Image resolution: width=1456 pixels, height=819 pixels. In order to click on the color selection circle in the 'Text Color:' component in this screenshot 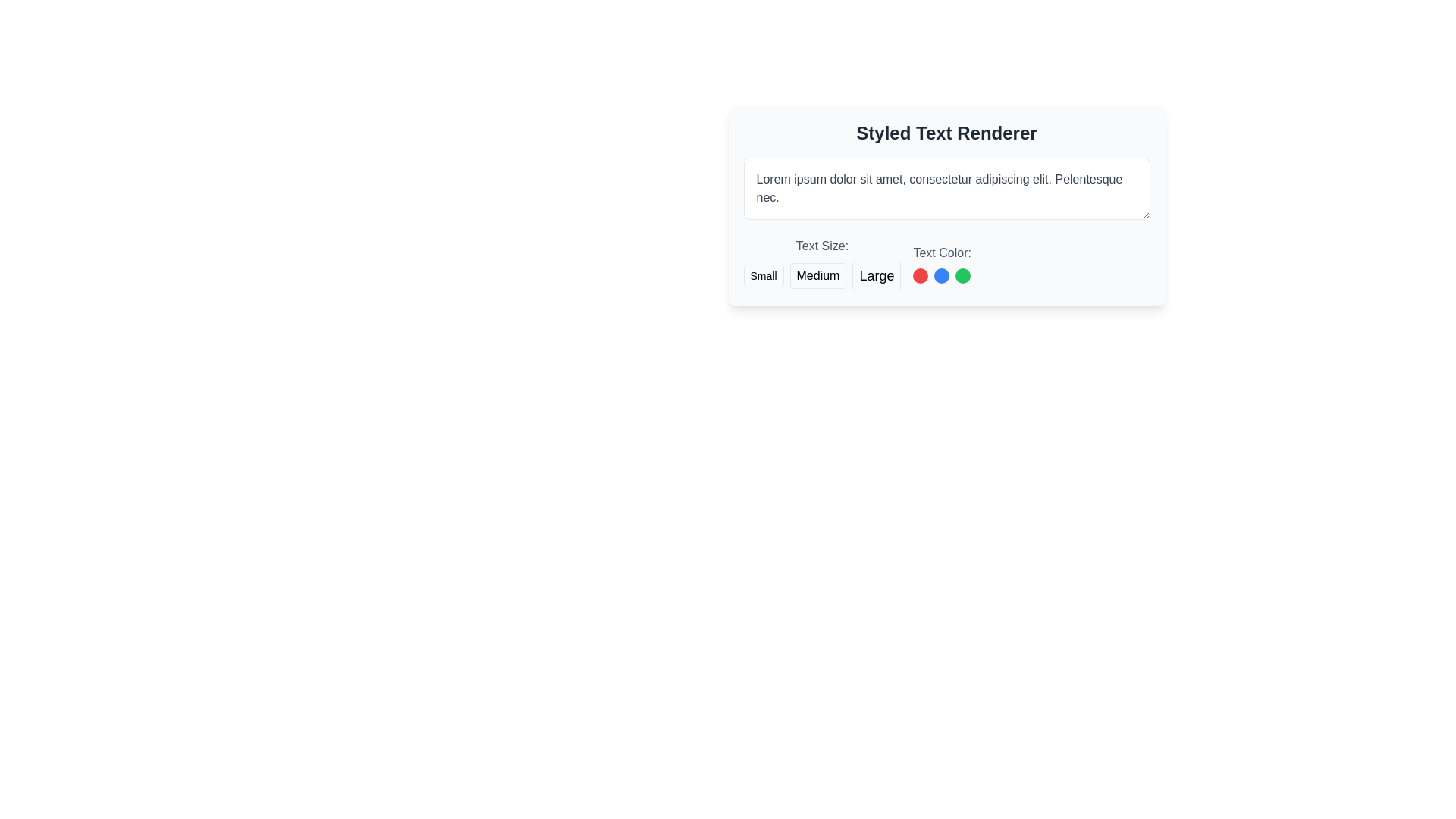, I will do `click(941, 262)`.